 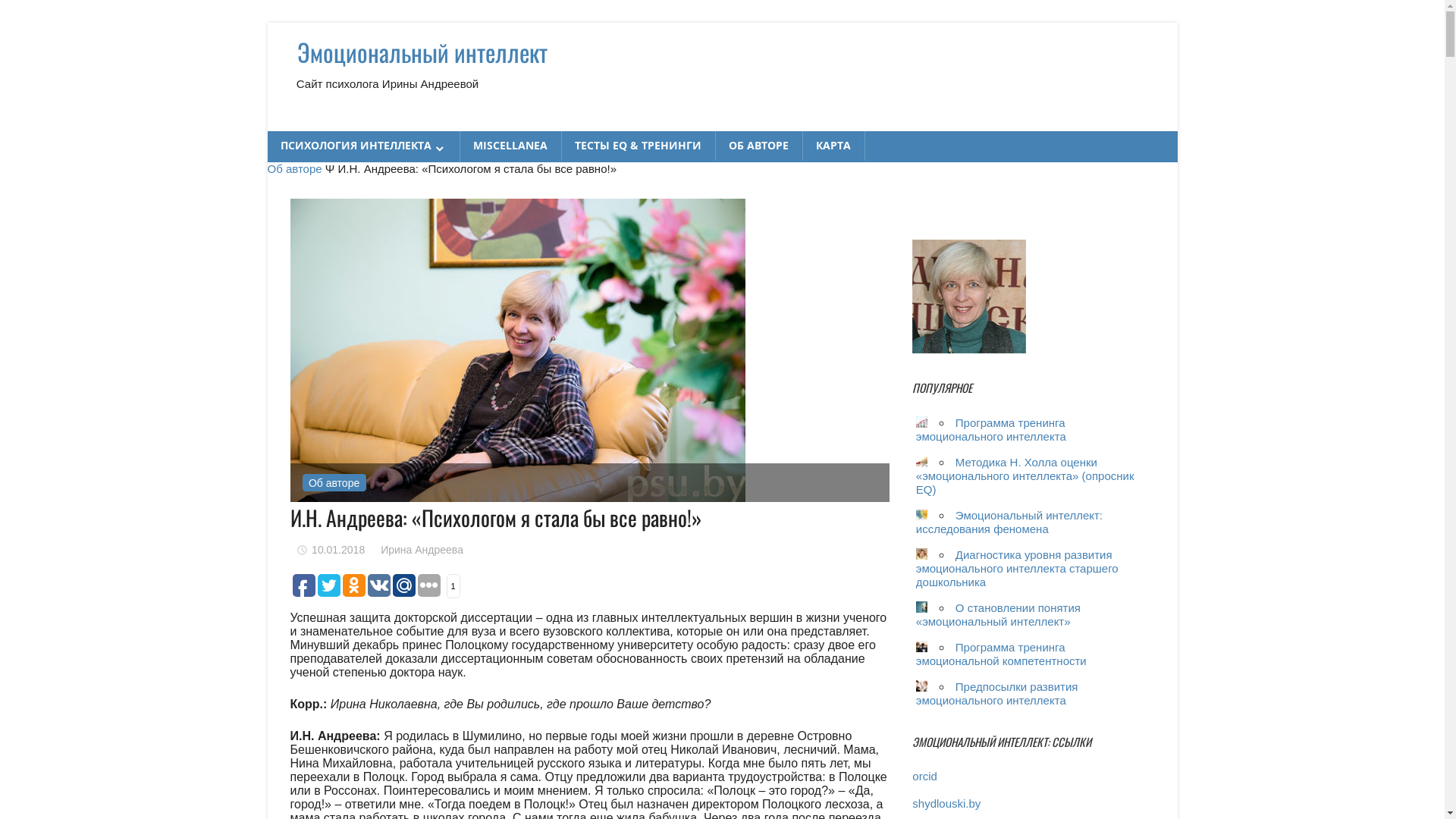 I want to click on 'orcid', so click(x=924, y=776).